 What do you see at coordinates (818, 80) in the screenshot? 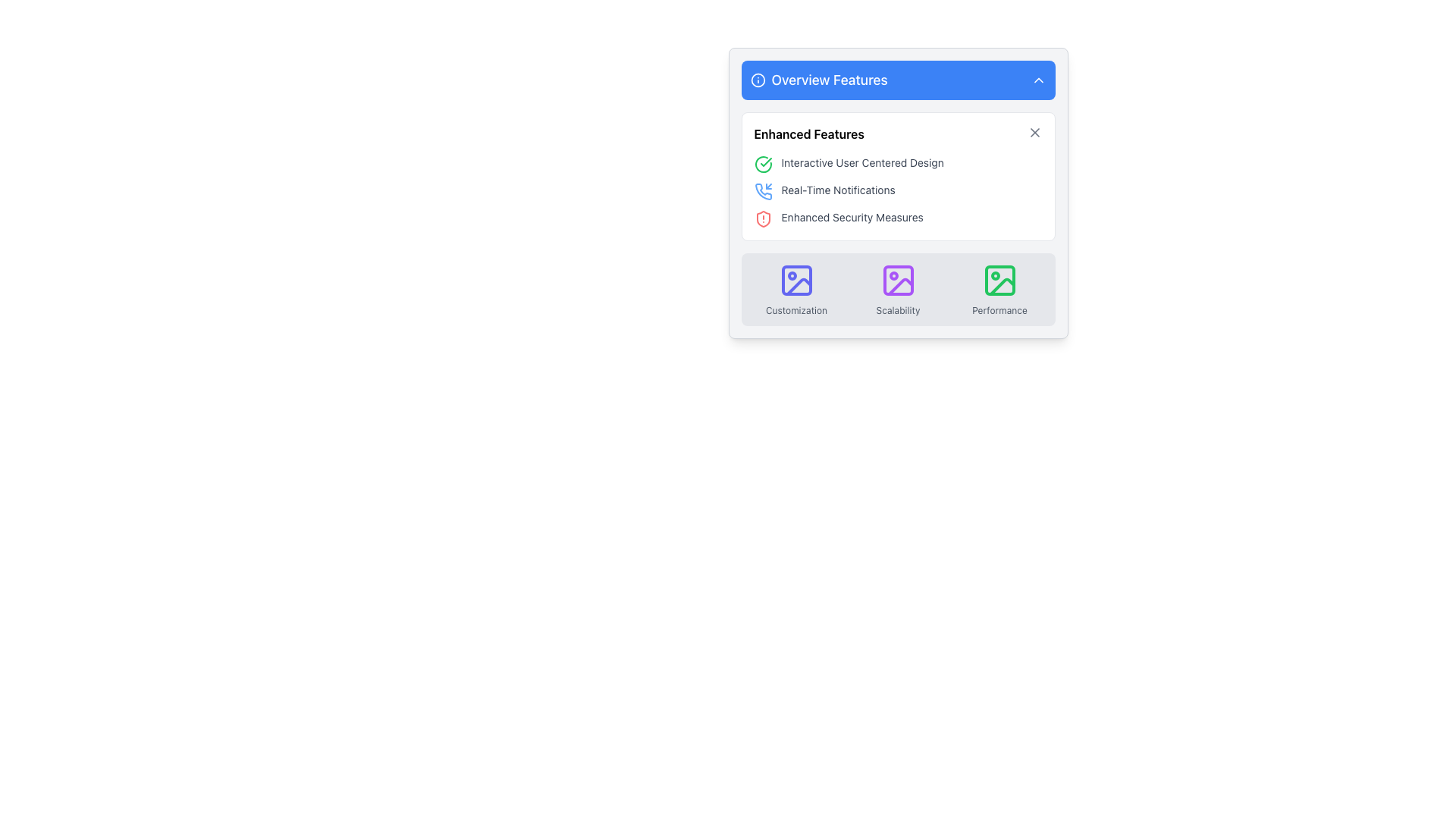
I see `text from the Label with icon that displays 'Overview Features', which is located at the leftmost section of the header group` at bounding box center [818, 80].